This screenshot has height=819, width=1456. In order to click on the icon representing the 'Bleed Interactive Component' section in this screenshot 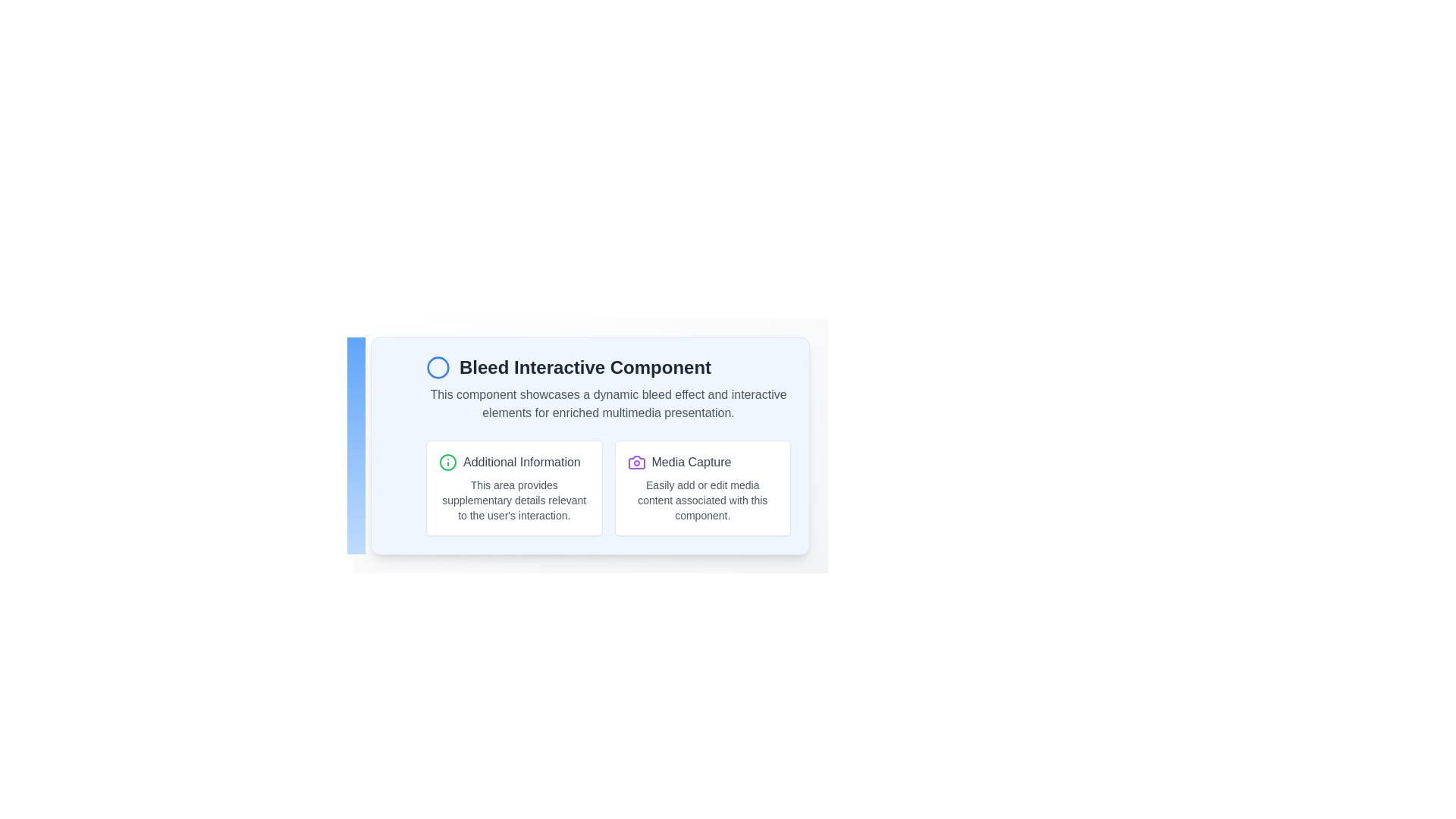, I will do `click(437, 368)`.